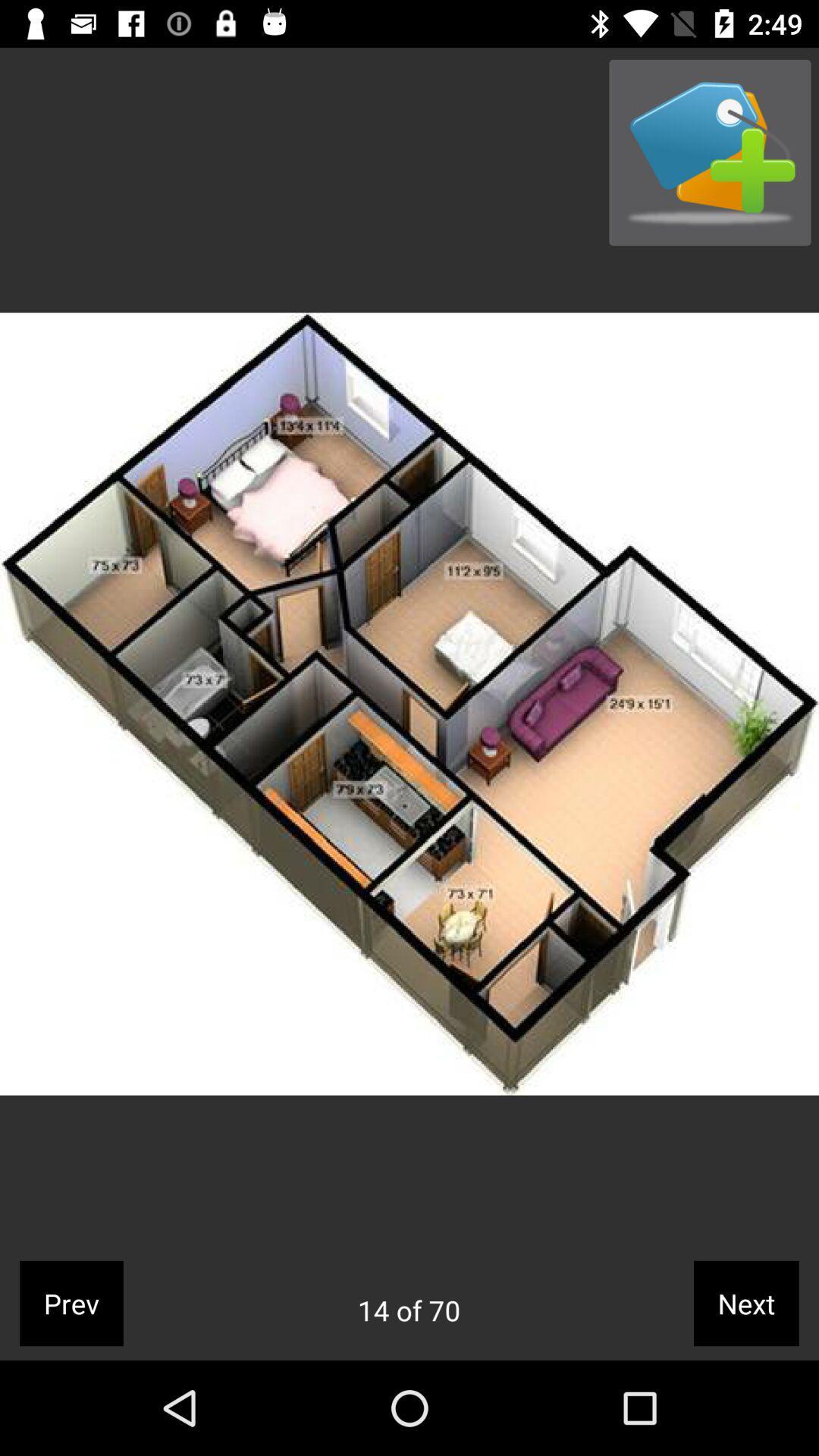 This screenshot has height=1456, width=819. Describe the element at coordinates (710, 152) in the screenshot. I see `icon at the top right corner` at that location.